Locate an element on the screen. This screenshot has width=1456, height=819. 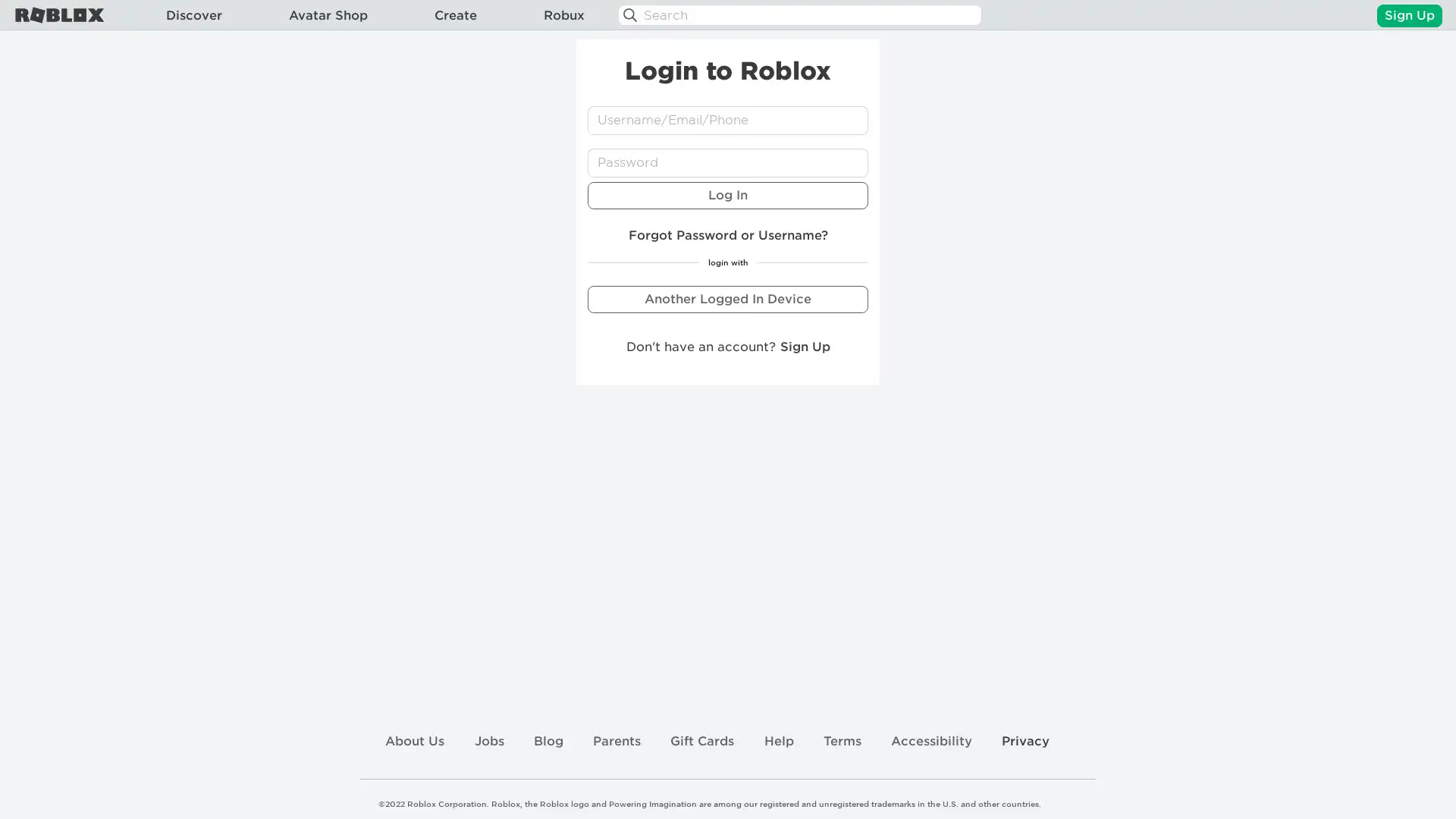
Another Logged In Device is located at coordinates (728, 298).